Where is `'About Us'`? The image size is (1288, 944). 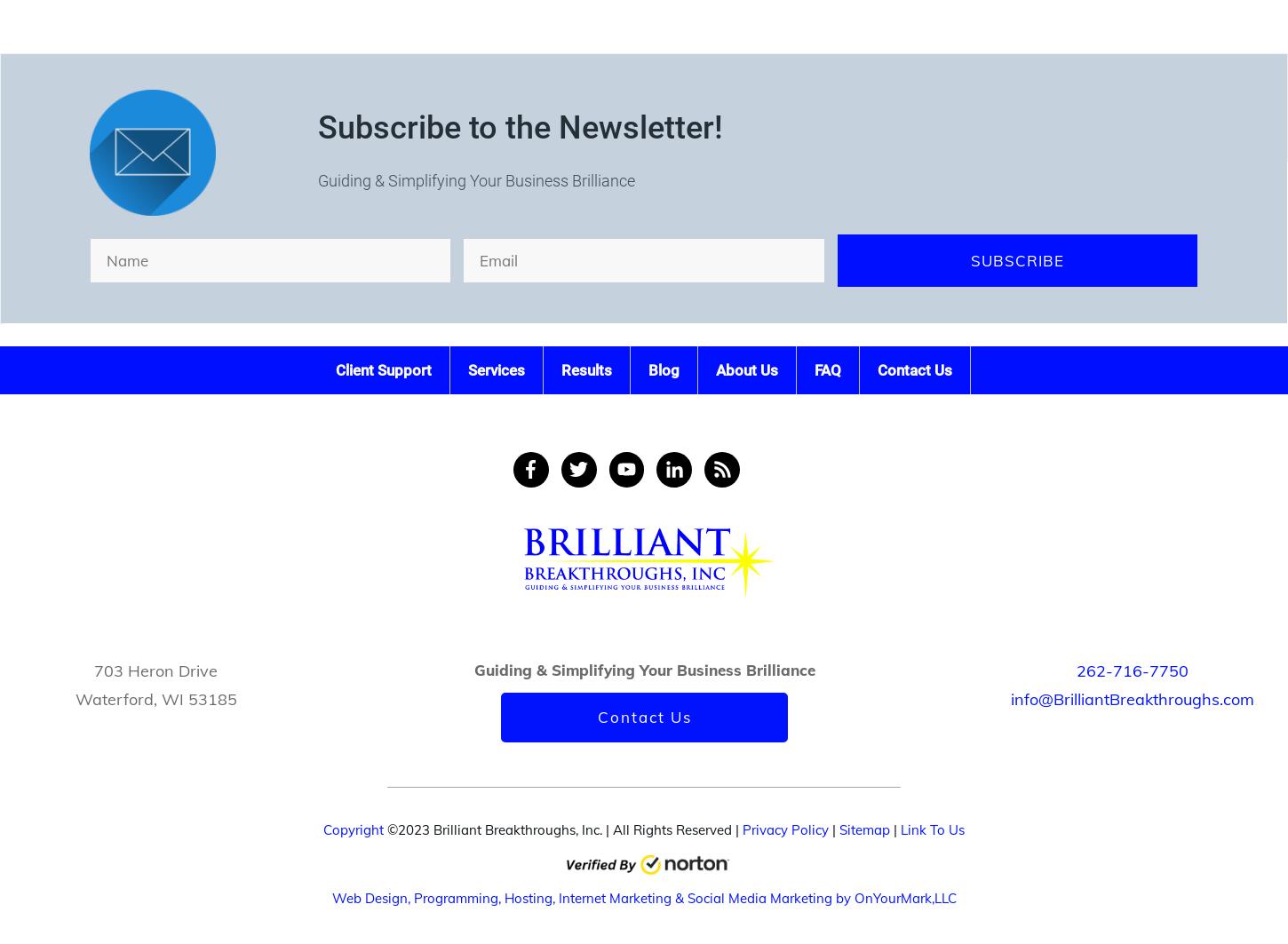
'About Us' is located at coordinates (715, 369).